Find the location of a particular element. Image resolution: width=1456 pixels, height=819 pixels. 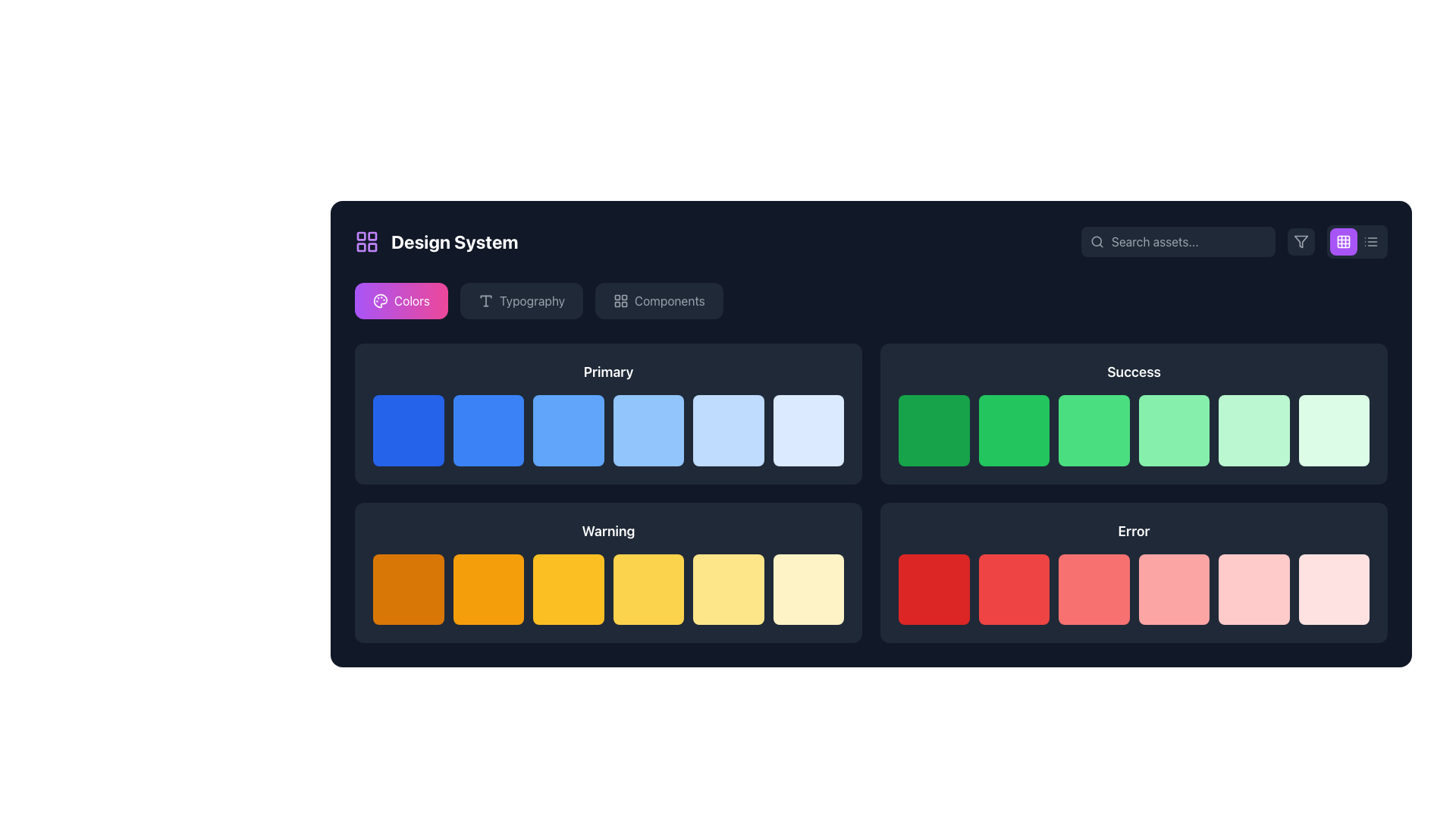

the SVG-based icon representing the Components button, located to the left of the text 'Components' in the top-right section of the pane under 'Design System' is located at coordinates (621, 301).